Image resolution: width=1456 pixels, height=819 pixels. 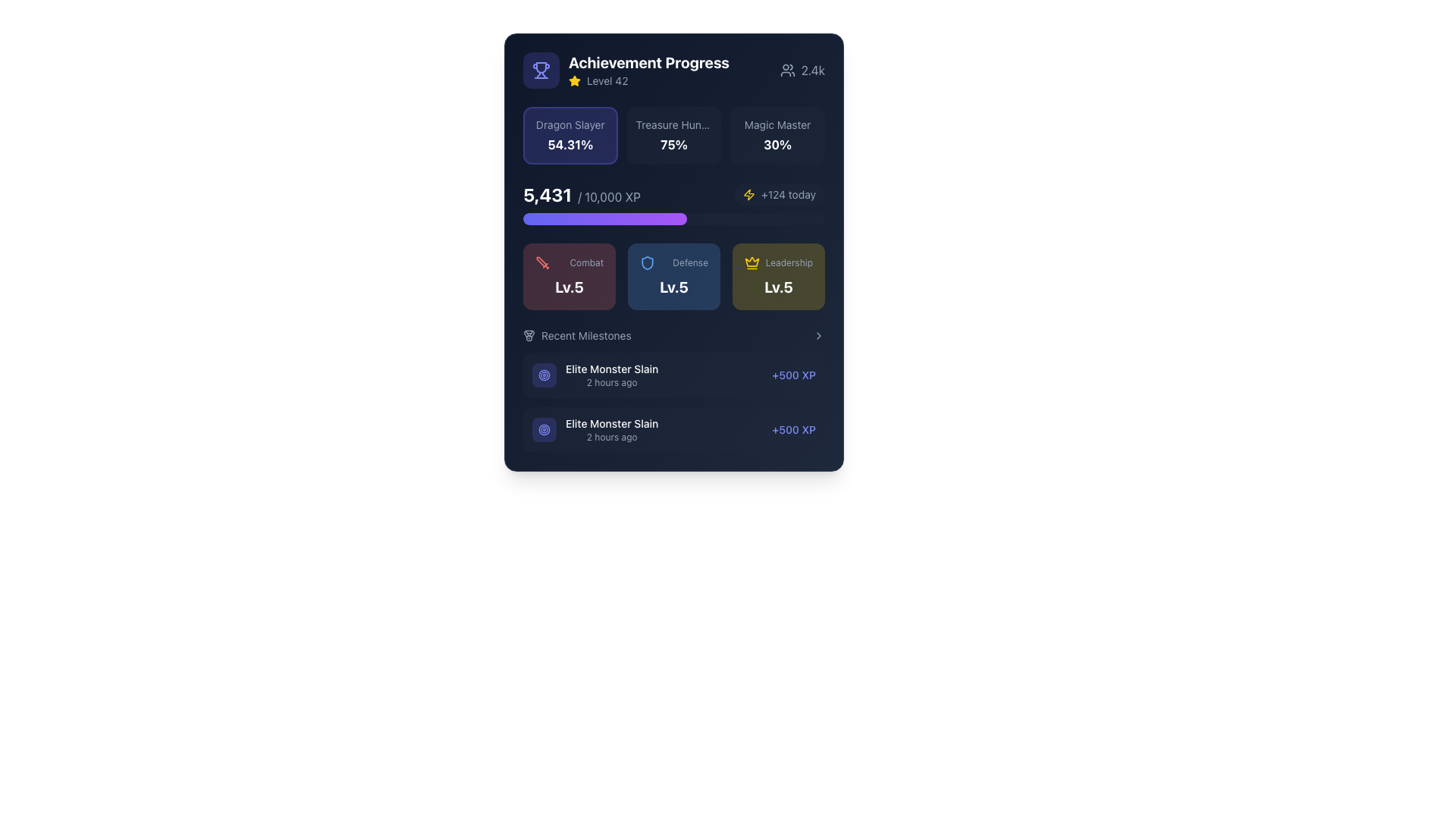 I want to click on the Text Label that displays the user's current XP progress, located within the 'Achievement Progress' card, to the left of the '+124 today' badge, so click(x=581, y=194).